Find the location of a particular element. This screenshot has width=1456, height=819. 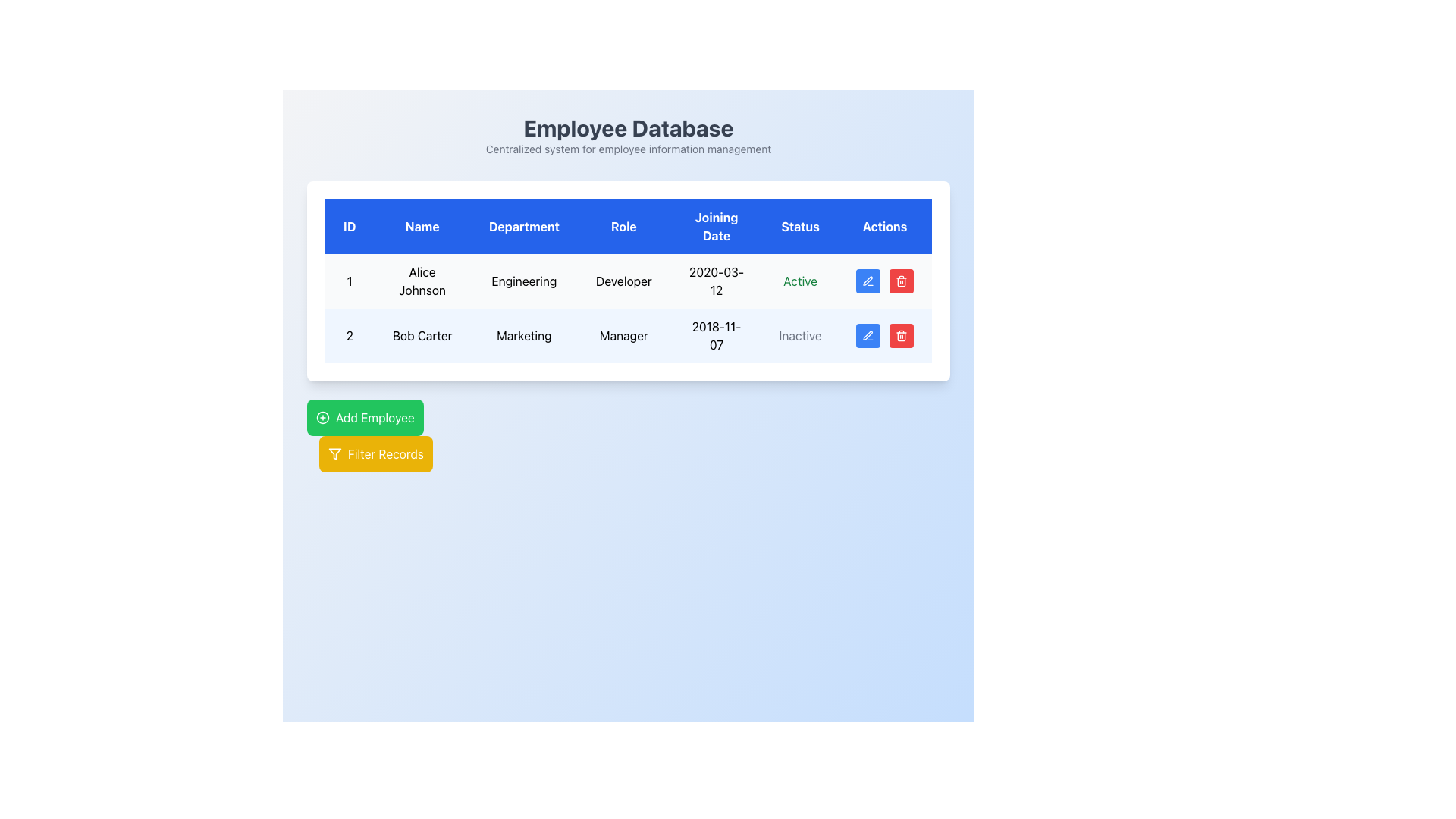

the red button in the 'Actions' column of the first row is located at coordinates (884, 281).